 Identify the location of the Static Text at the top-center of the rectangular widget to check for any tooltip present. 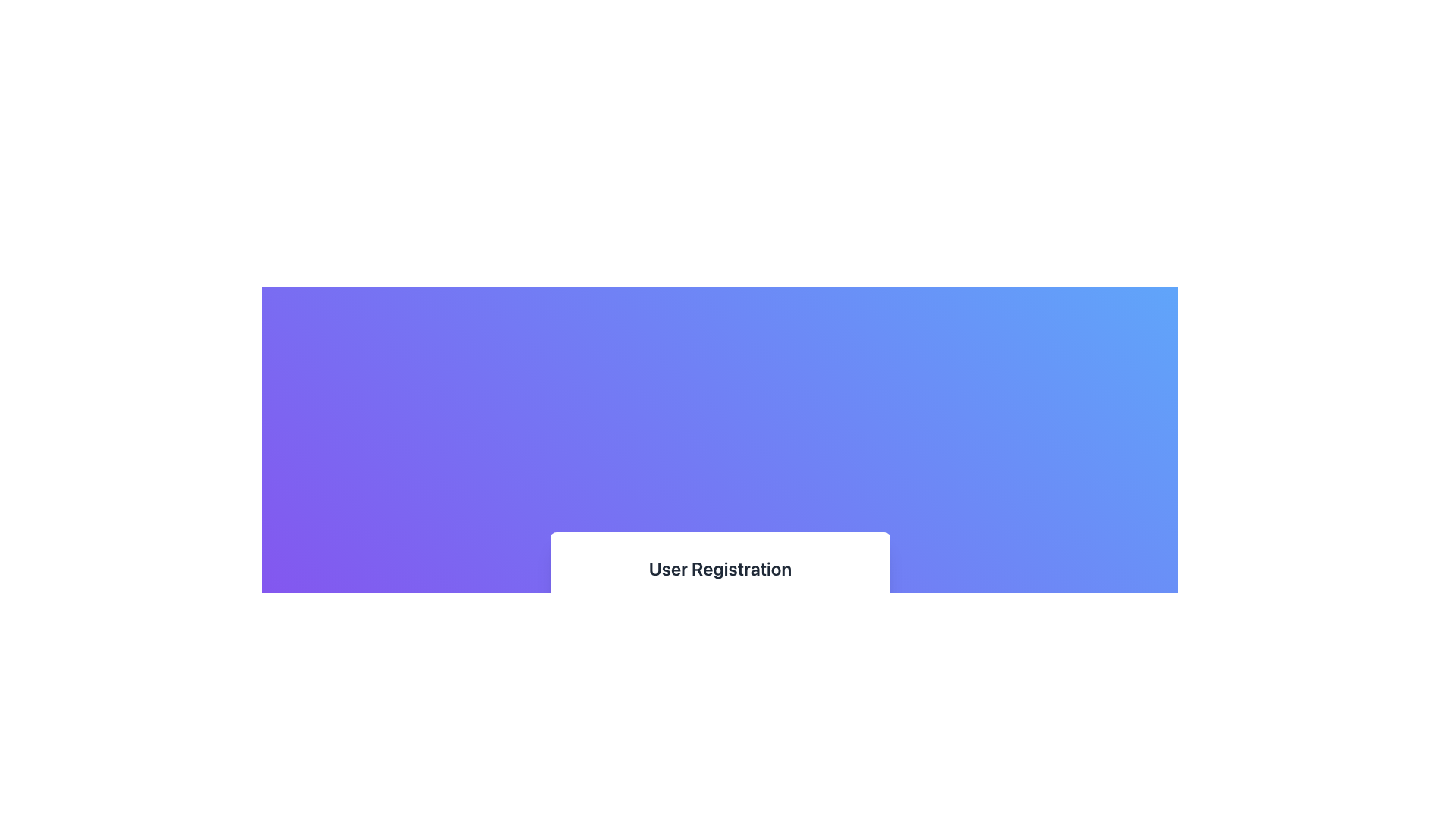
(720, 568).